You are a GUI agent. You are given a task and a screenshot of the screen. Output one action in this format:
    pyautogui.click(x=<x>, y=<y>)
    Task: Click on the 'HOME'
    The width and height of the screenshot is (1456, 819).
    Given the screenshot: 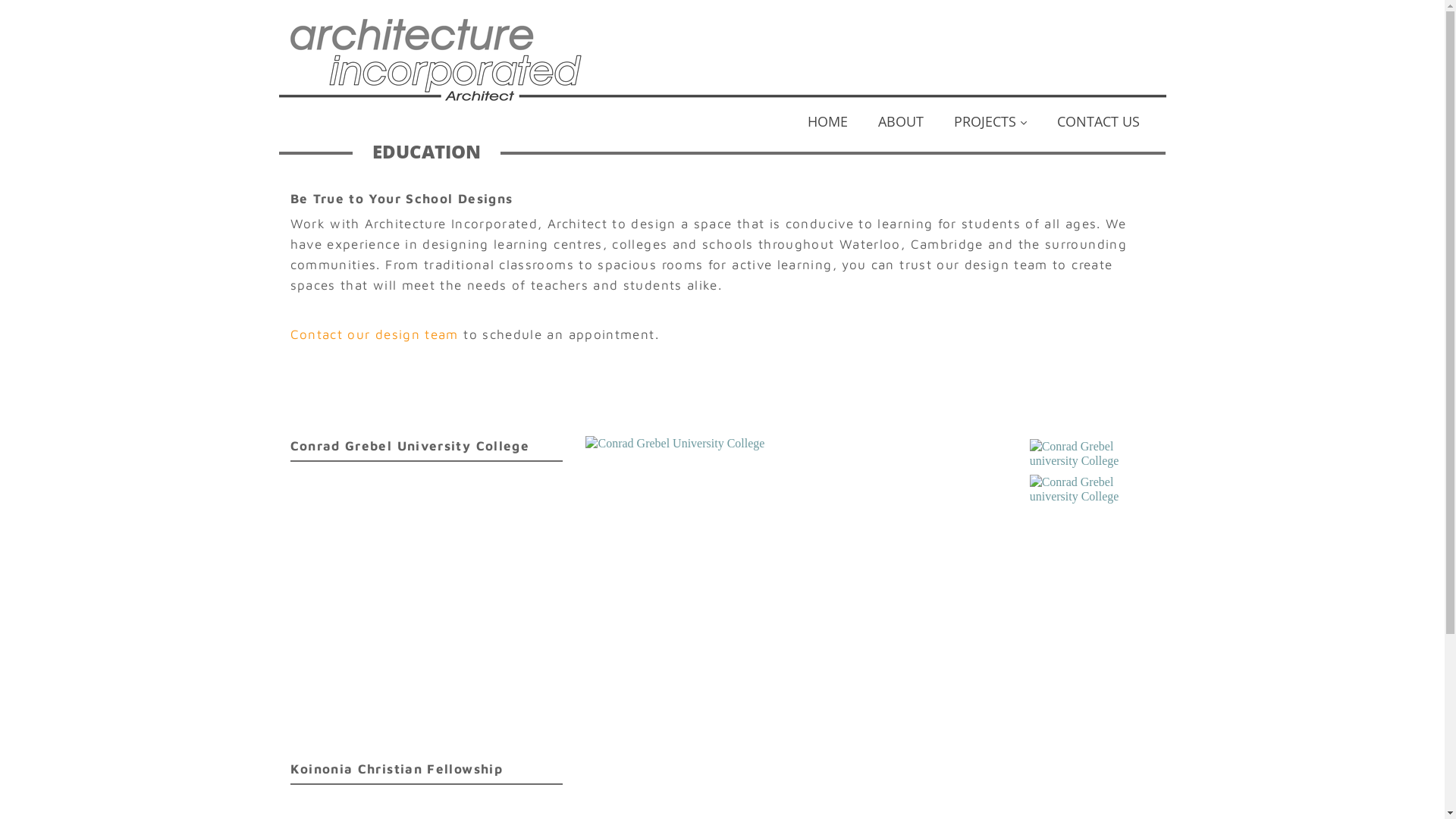 What is the action you would take?
    pyautogui.click(x=790, y=124)
    